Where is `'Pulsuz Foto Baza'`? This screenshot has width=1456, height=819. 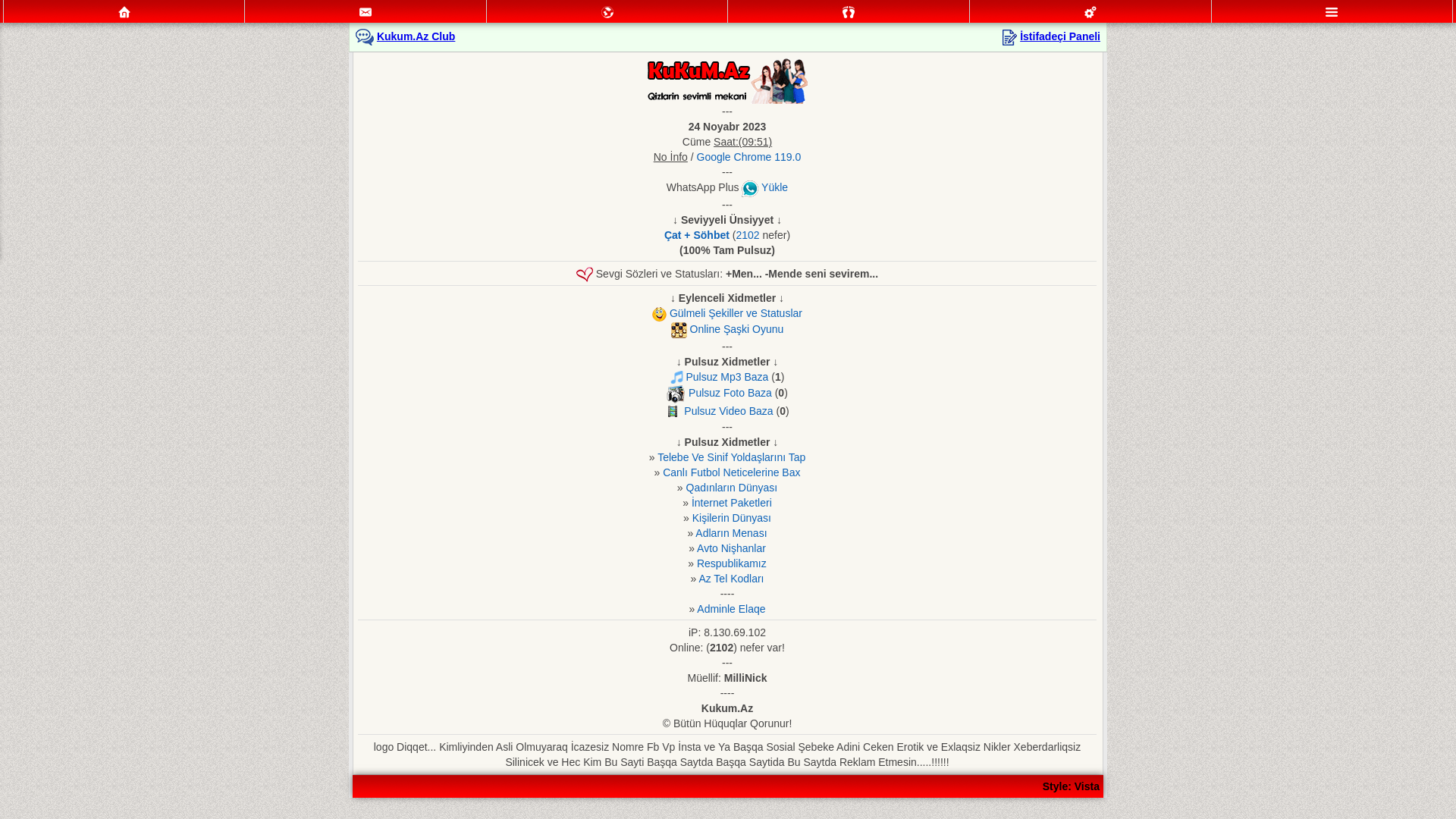 'Pulsuz Foto Baza' is located at coordinates (730, 391).